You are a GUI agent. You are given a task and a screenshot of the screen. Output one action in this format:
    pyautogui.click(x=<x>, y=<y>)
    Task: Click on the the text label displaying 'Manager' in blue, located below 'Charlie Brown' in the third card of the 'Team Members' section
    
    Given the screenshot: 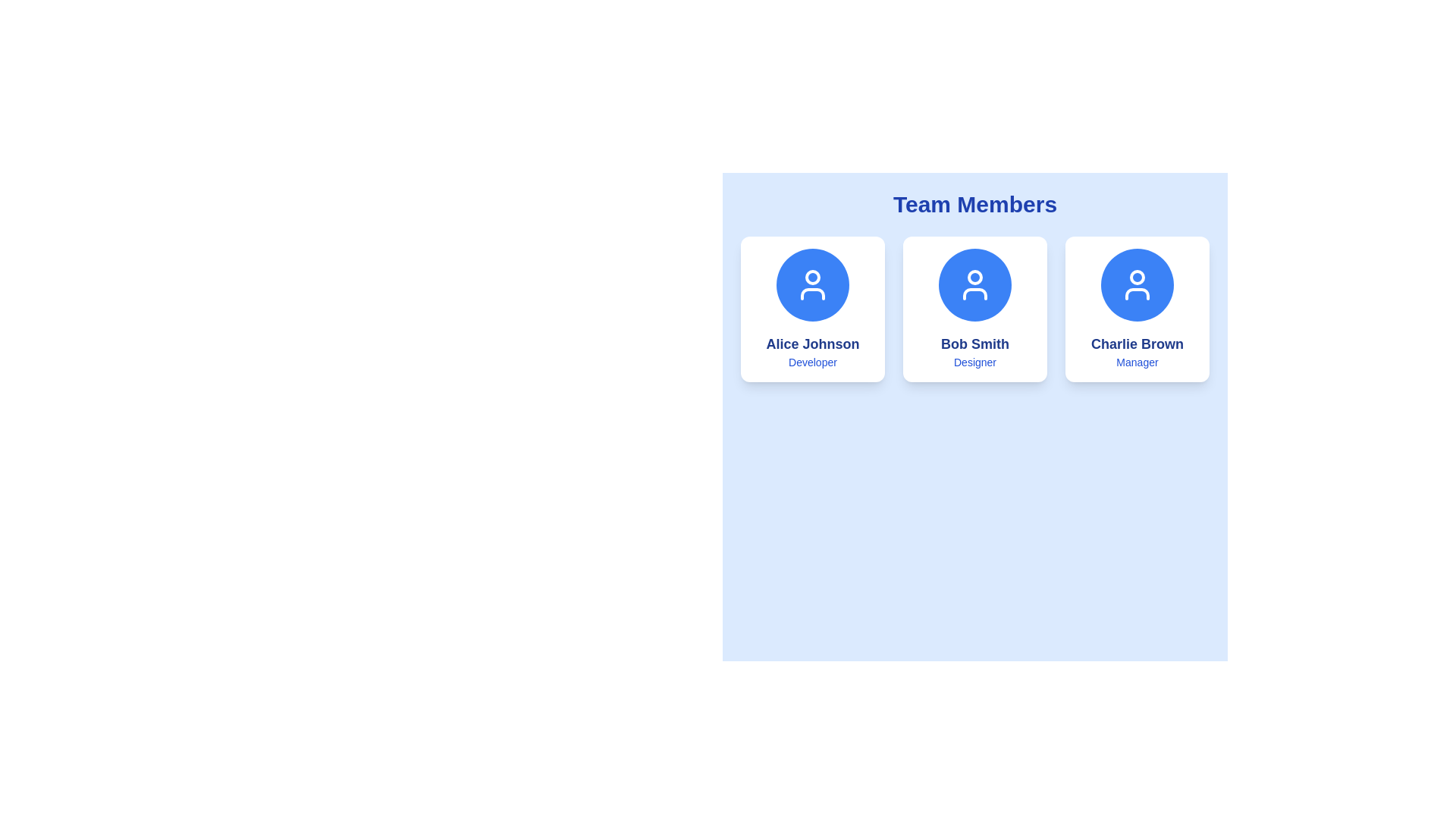 What is the action you would take?
    pyautogui.click(x=1137, y=362)
    